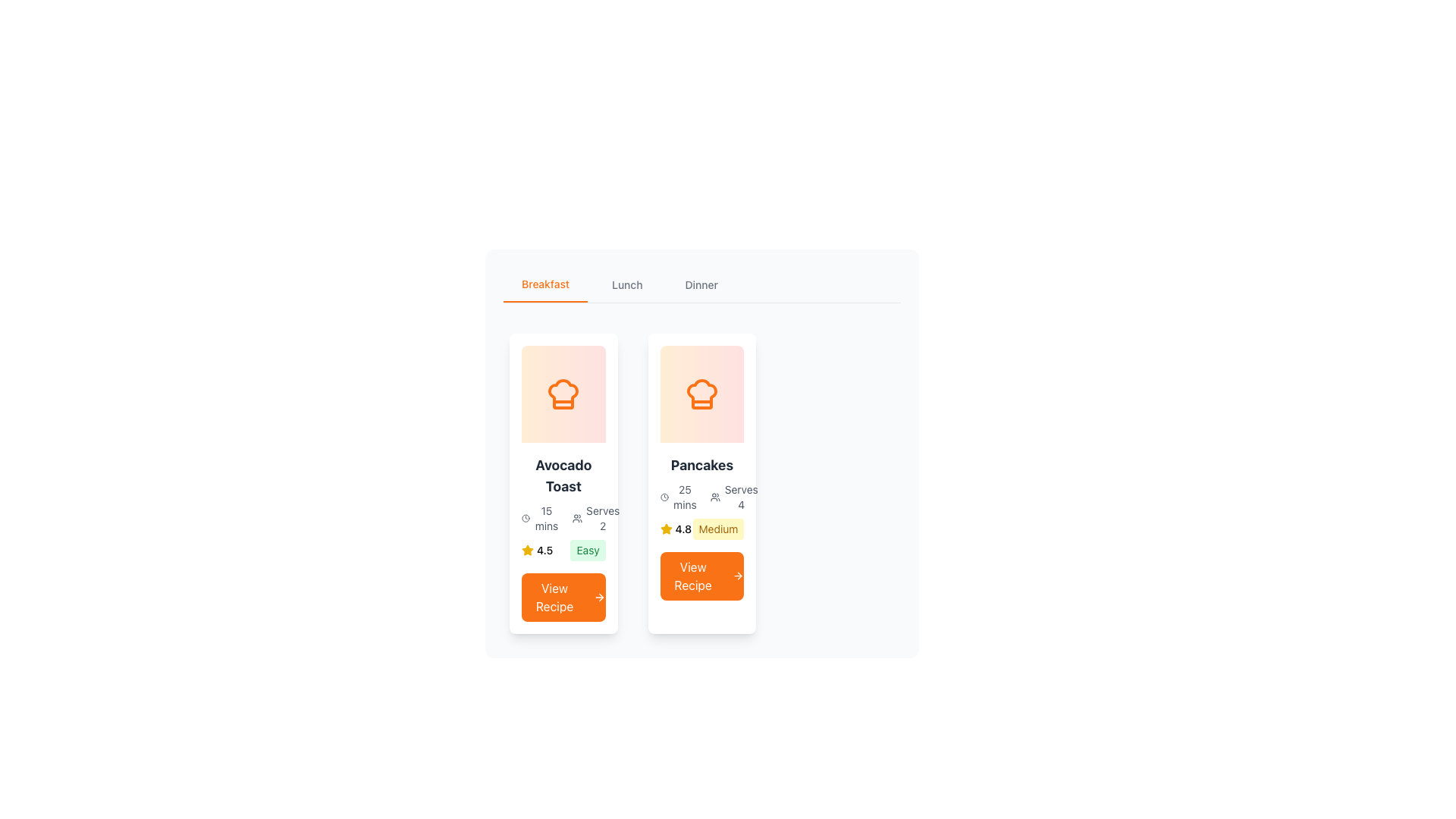 The image size is (1456, 819). Describe the element at coordinates (701, 452) in the screenshot. I see `the 'Pancakes' recipe card in the Breakfast section` at that location.